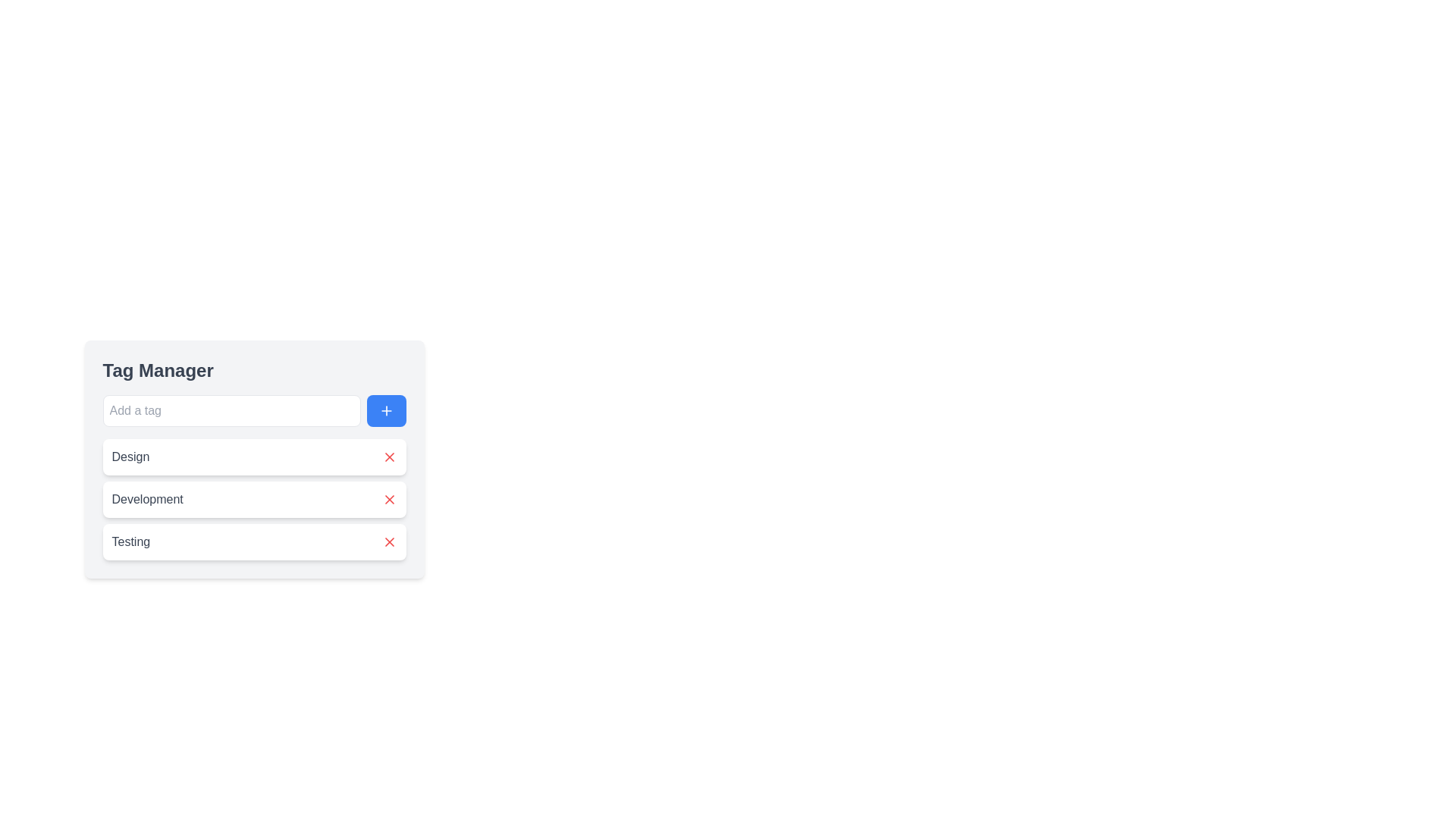 The image size is (1456, 819). I want to click on the small blue circular button with a white plus sign, located to the right of the 'Add a tag' input field in the 'Tag Manager' section, so click(386, 411).